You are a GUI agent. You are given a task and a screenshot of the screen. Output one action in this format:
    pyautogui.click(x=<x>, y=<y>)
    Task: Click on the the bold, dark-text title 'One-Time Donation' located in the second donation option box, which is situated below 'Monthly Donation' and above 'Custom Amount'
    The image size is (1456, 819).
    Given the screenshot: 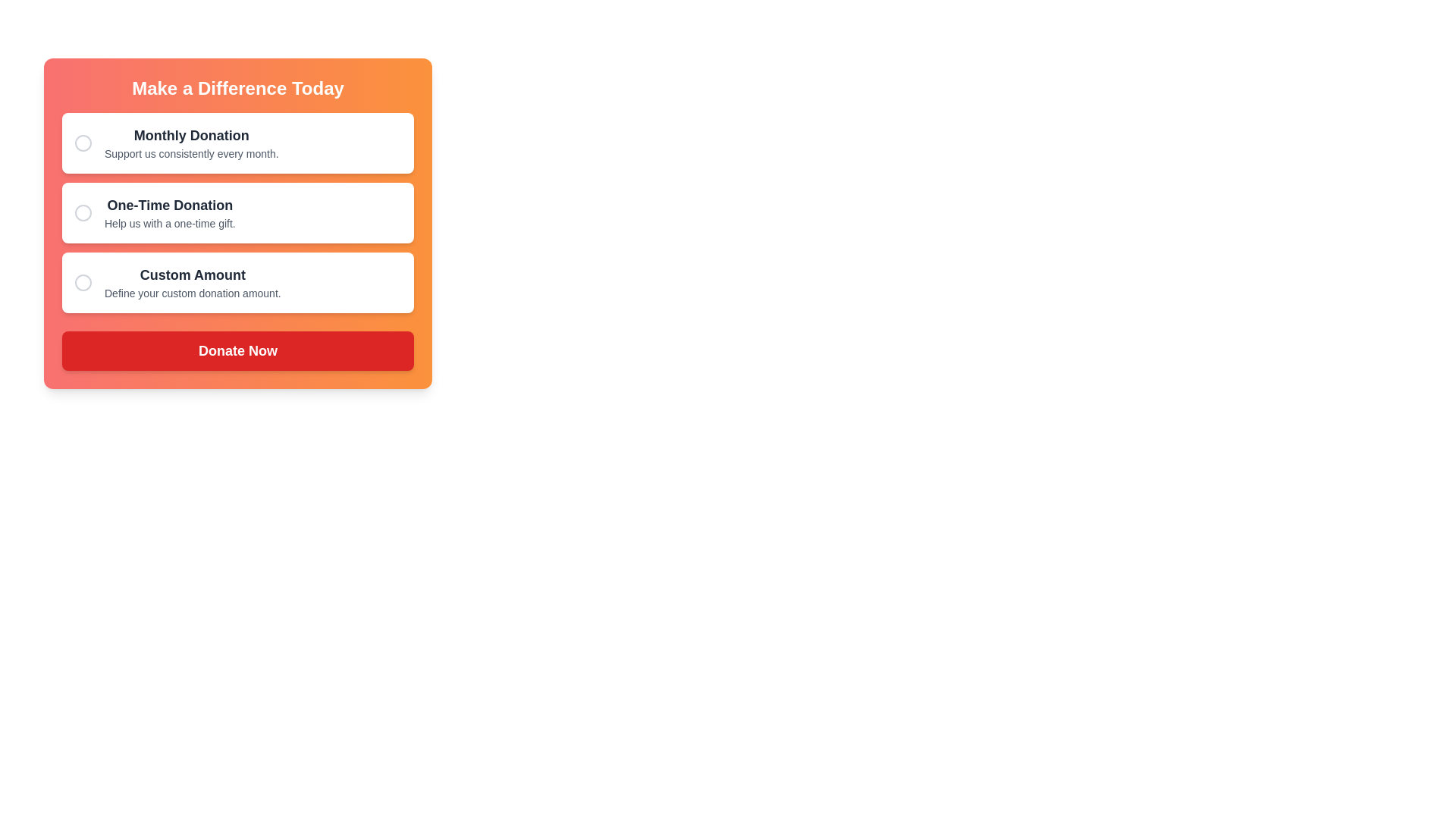 What is the action you would take?
    pyautogui.click(x=170, y=205)
    